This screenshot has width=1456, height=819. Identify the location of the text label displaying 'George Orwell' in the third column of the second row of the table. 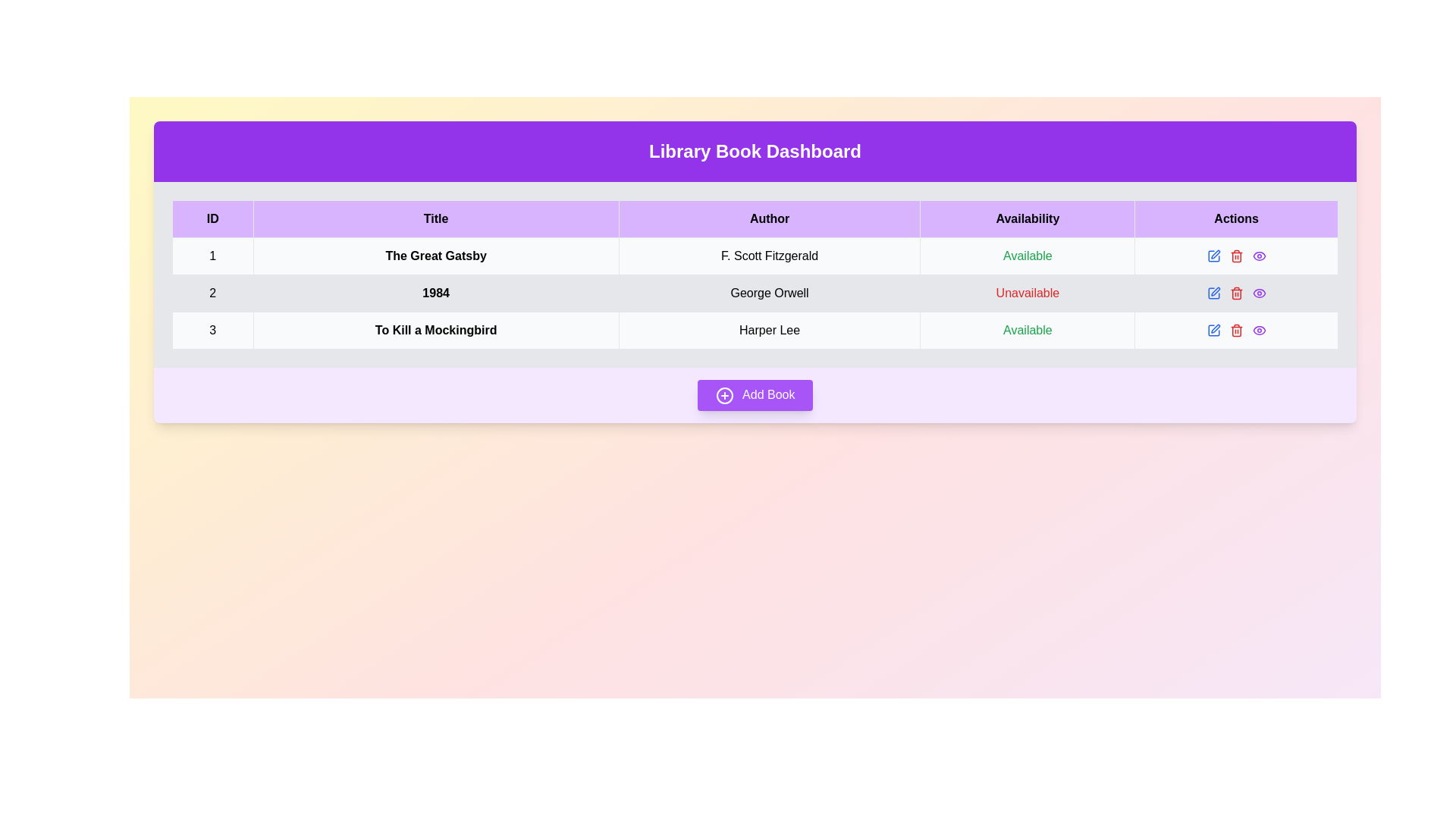
(770, 293).